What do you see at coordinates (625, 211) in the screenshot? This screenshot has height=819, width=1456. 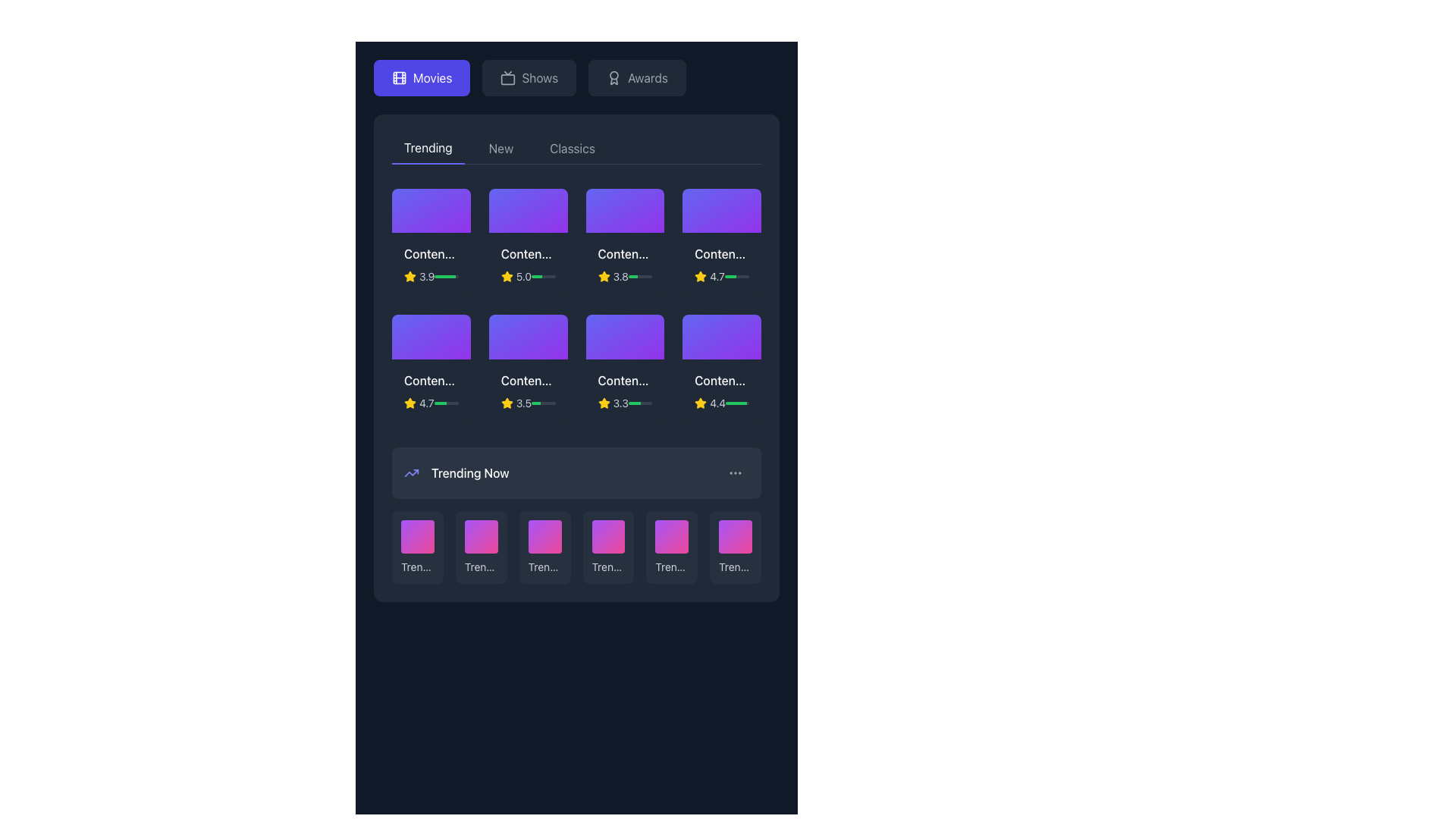 I see `the Interactive media thumbnail located in the top row under 'Trending', third from the left, which has a play button overlay and is part of the card for 'Content Title 3' with a star rating of 3.8` at bounding box center [625, 211].